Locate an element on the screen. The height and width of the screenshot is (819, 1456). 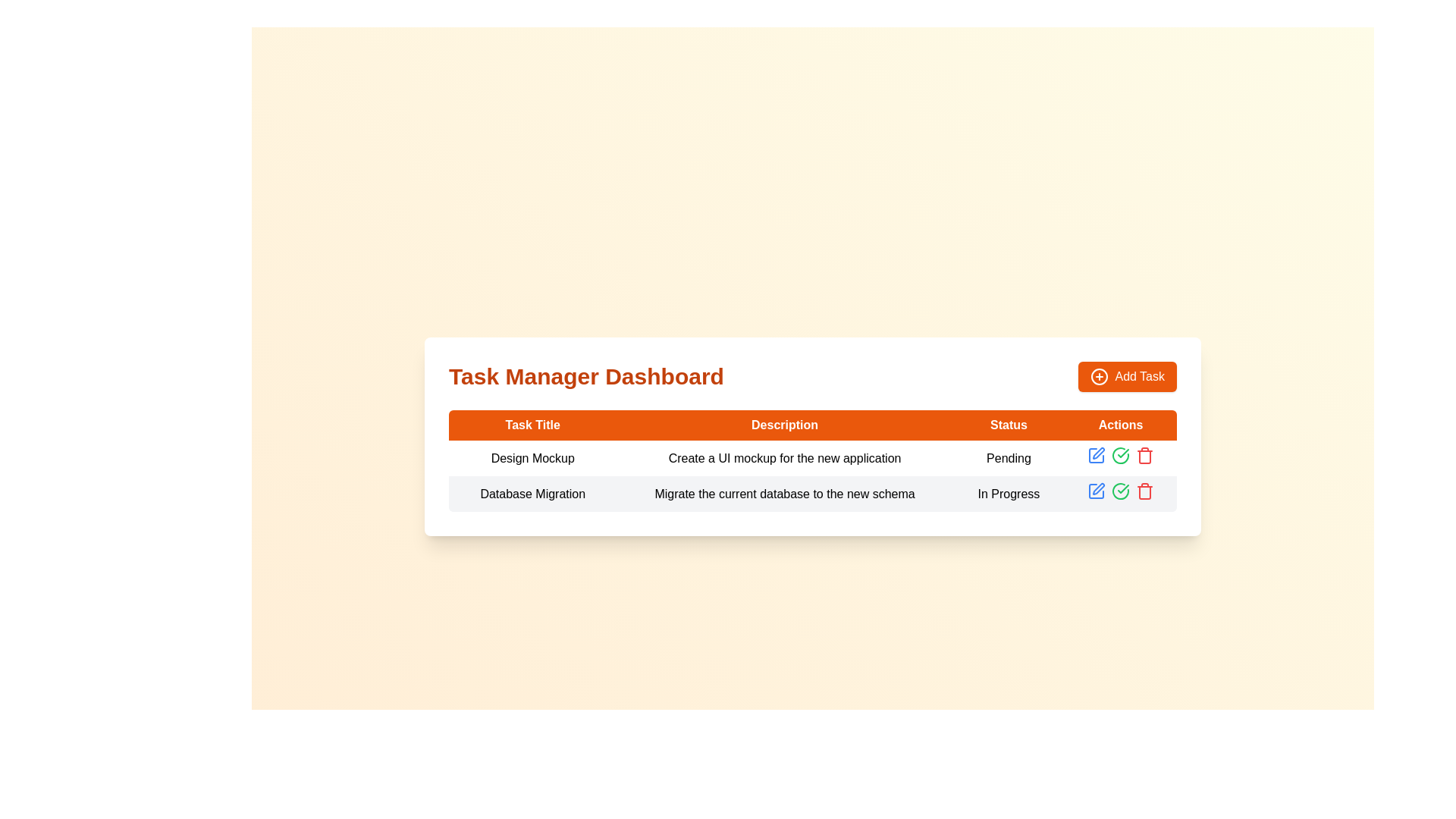
the header label for 'Task Title', which is the first column header in the task list table is located at coordinates (532, 425).